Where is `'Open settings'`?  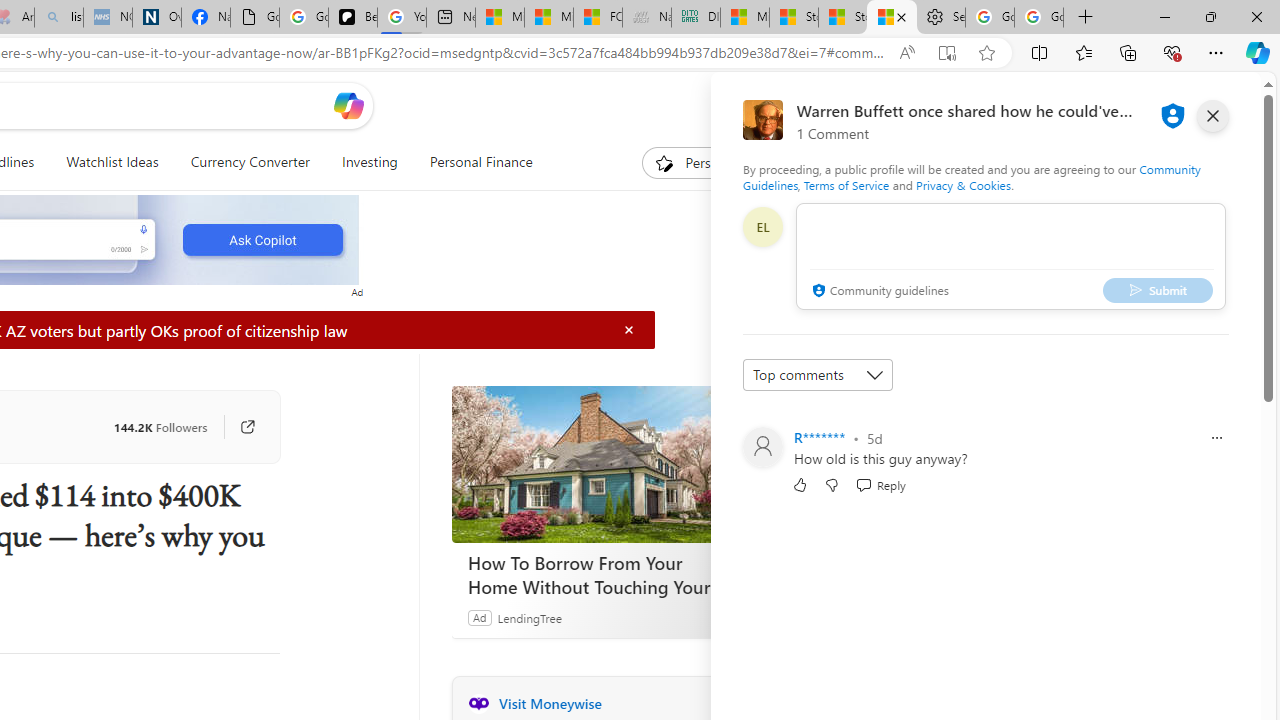 'Open settings' is located at coordinates (1215, 105).